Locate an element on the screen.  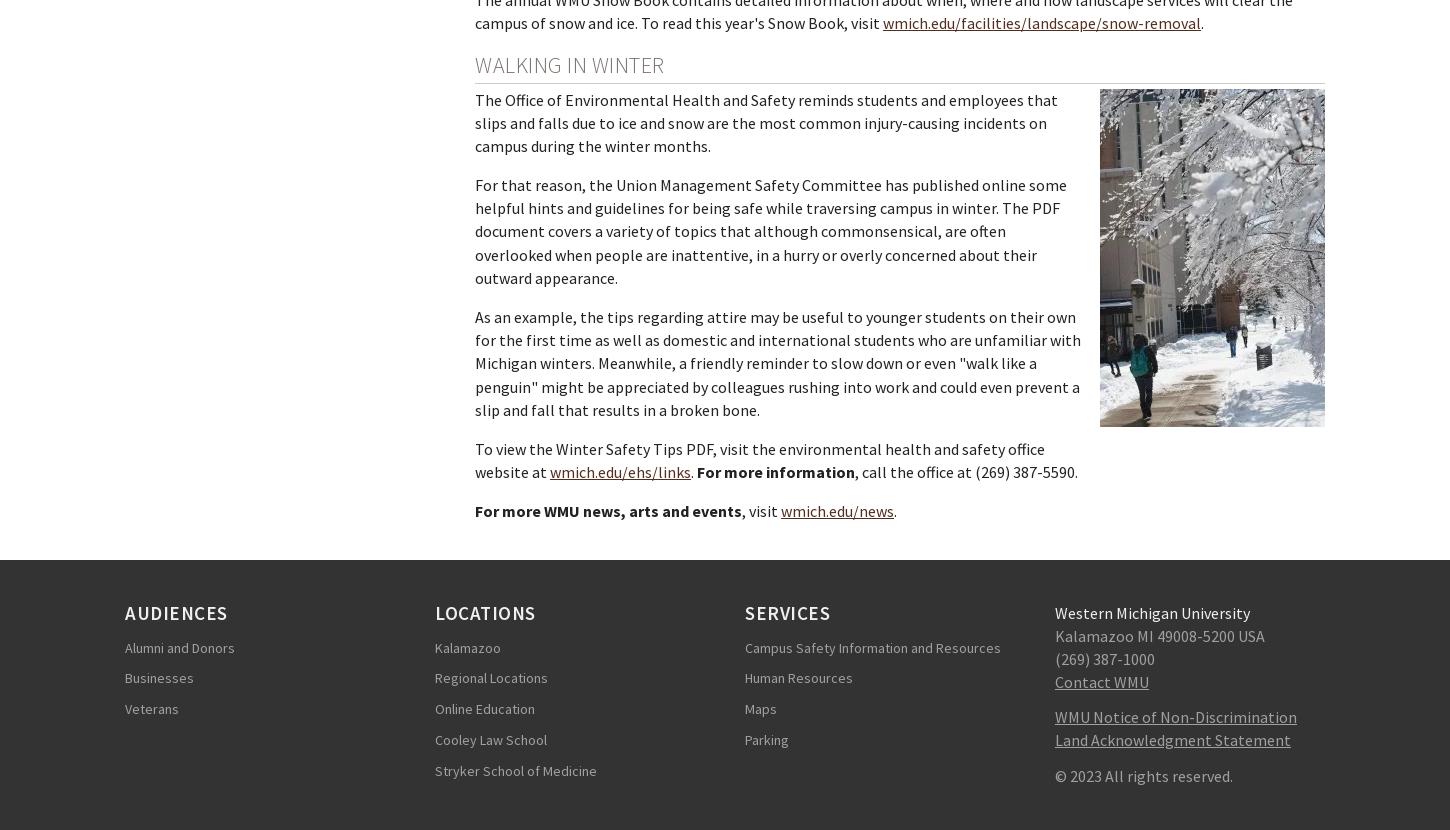
'Maps' is located at coordinates (760, 707).